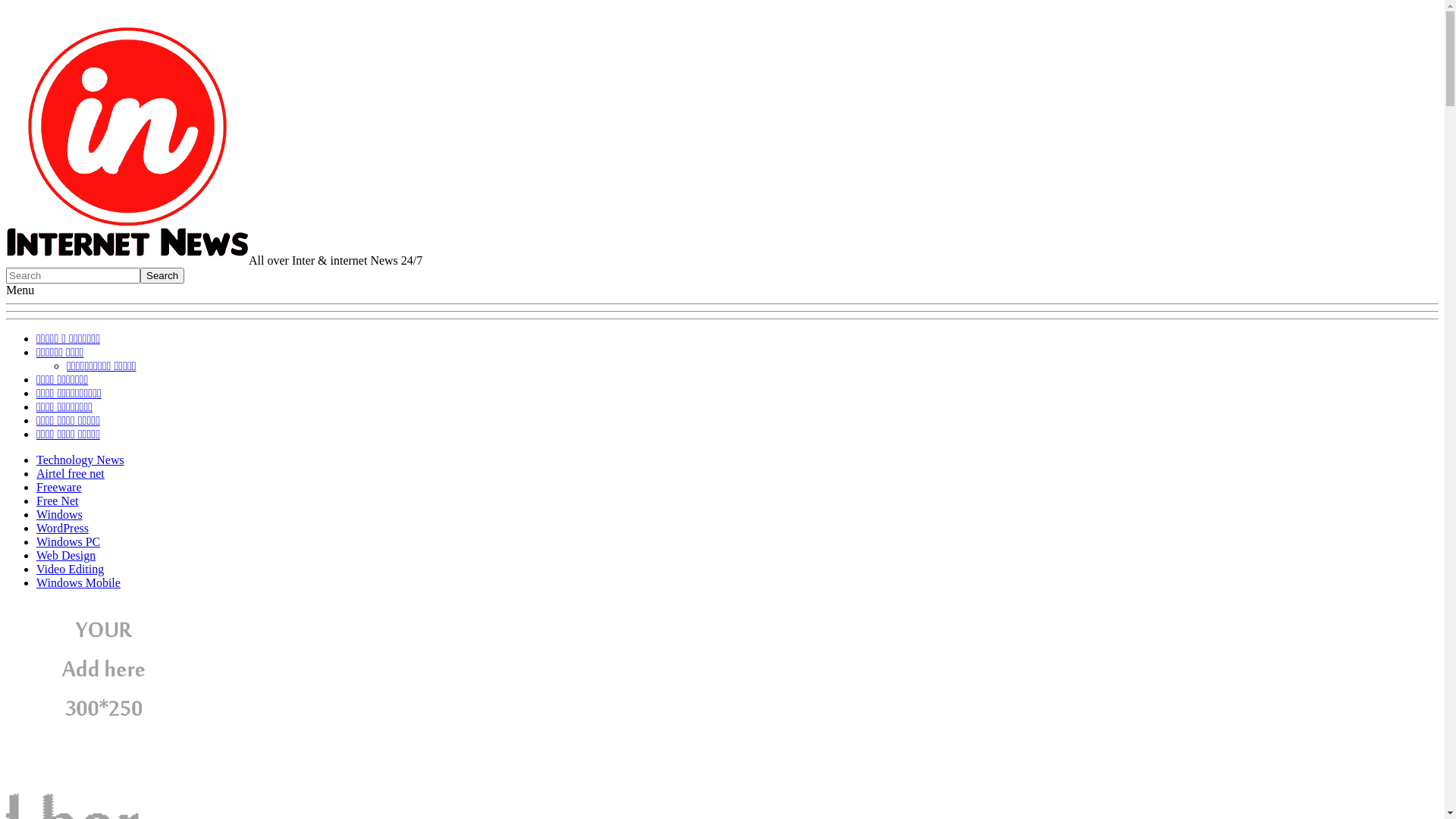 The image size is (1456, 819). Describe the element at coordinates (127, 259) in the screenshot. I see `'Internet News | in.com.BD'` at that location.